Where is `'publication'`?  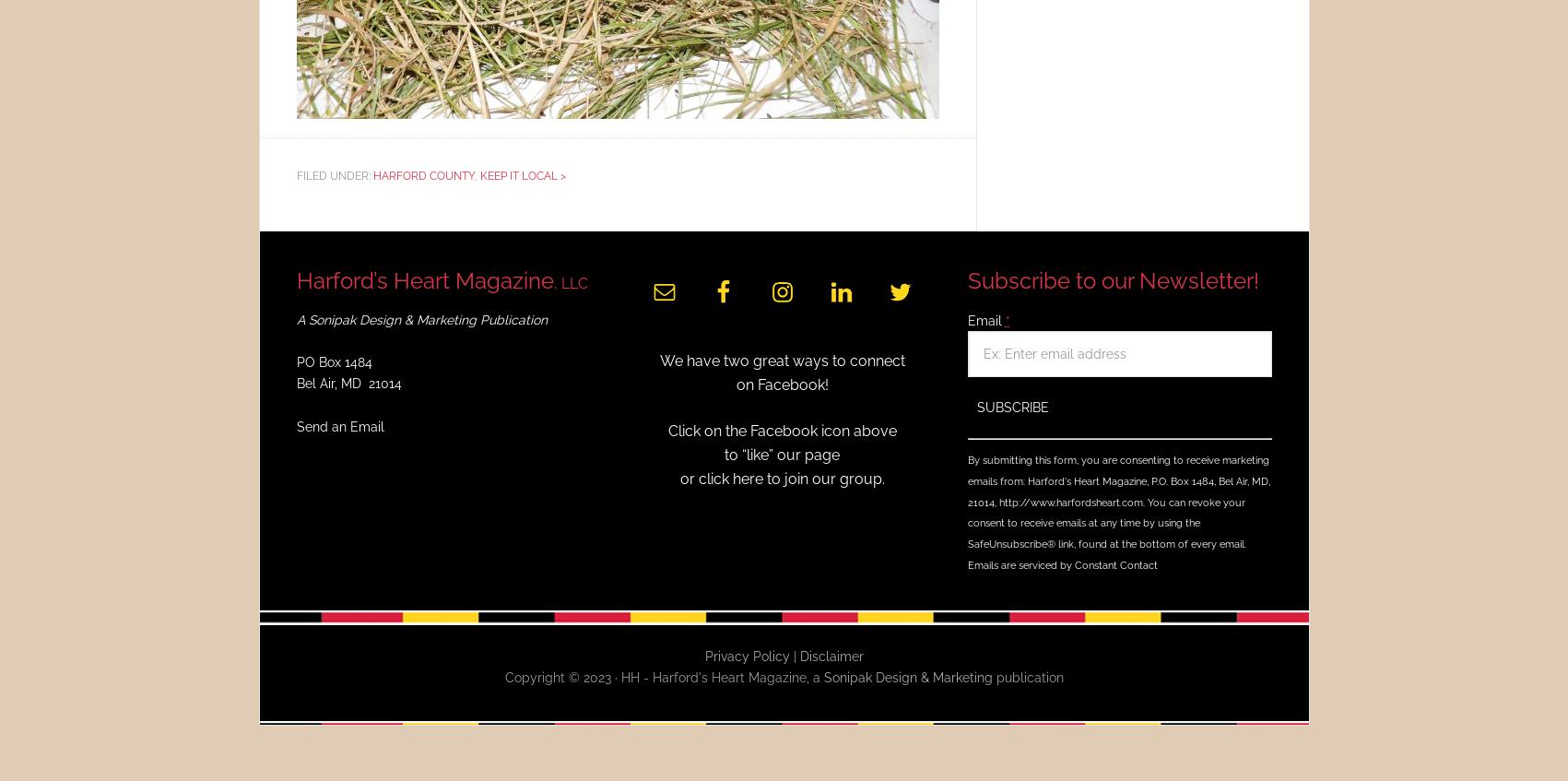 'publication' is located at coordinates (1026, 676).